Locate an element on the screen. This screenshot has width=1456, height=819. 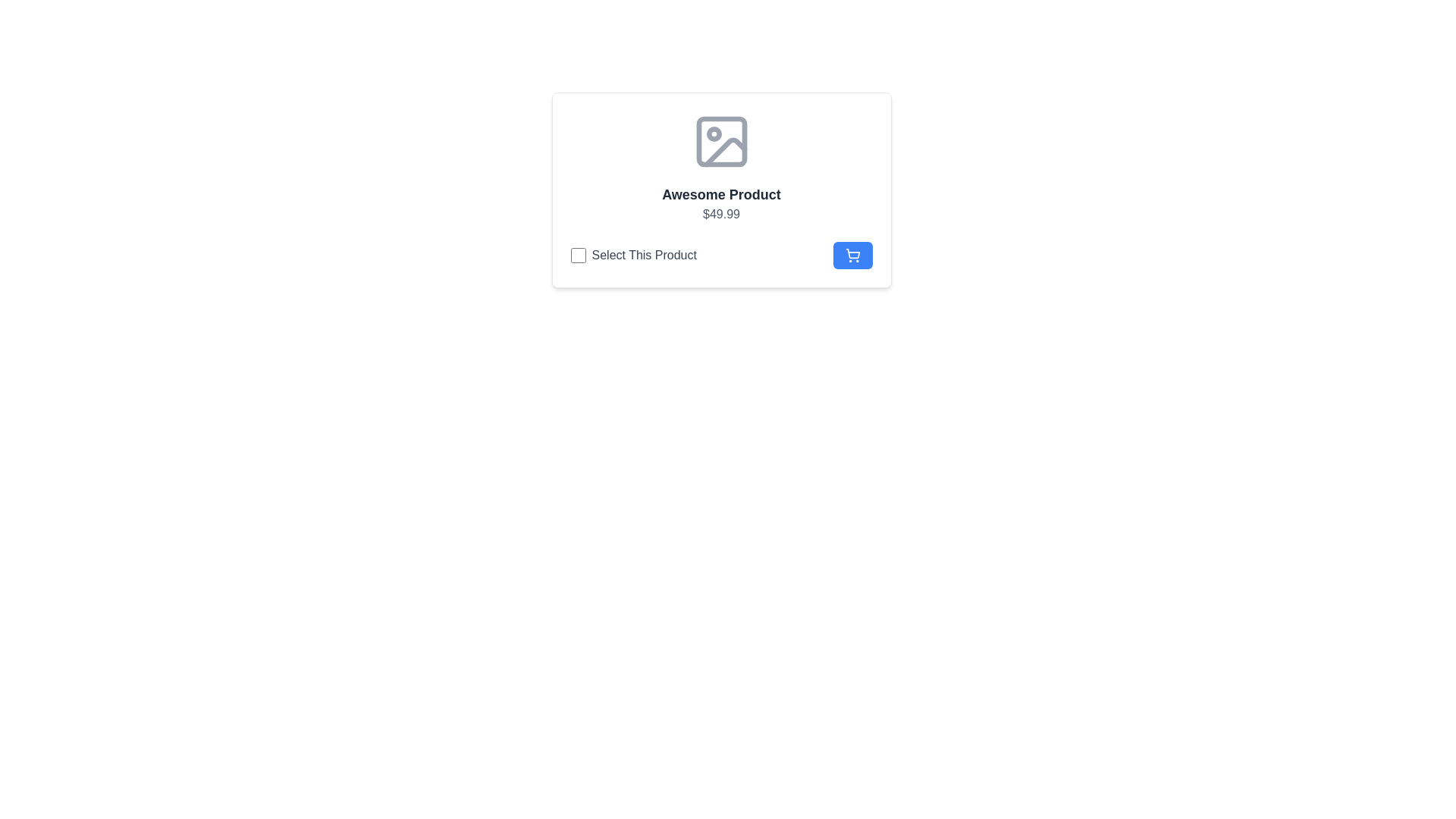
the circular icon located within the image placeholder near the top center of the layout is located at coordinates (713, 133).